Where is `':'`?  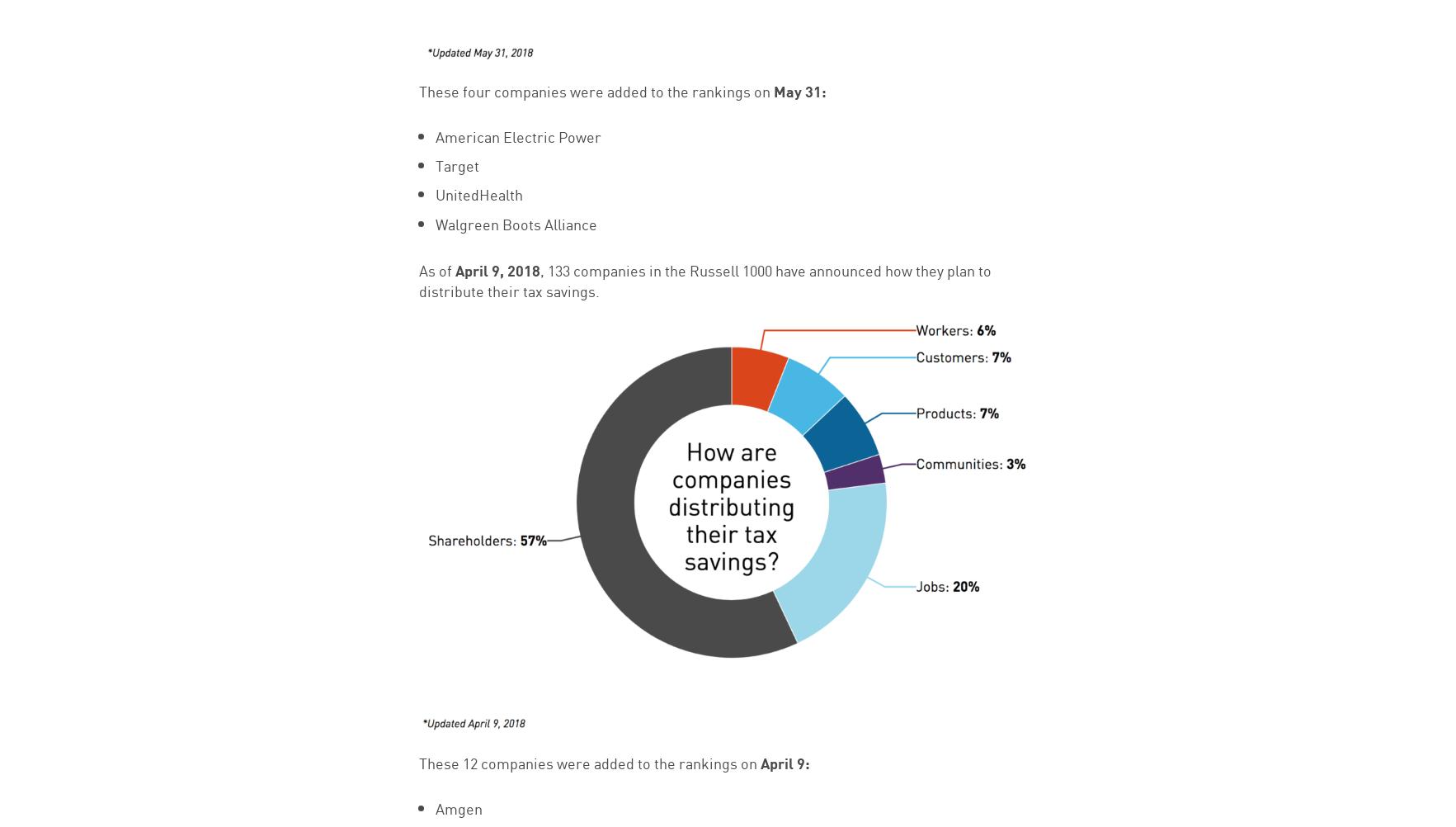
':' is located at coordinates (822, 88).